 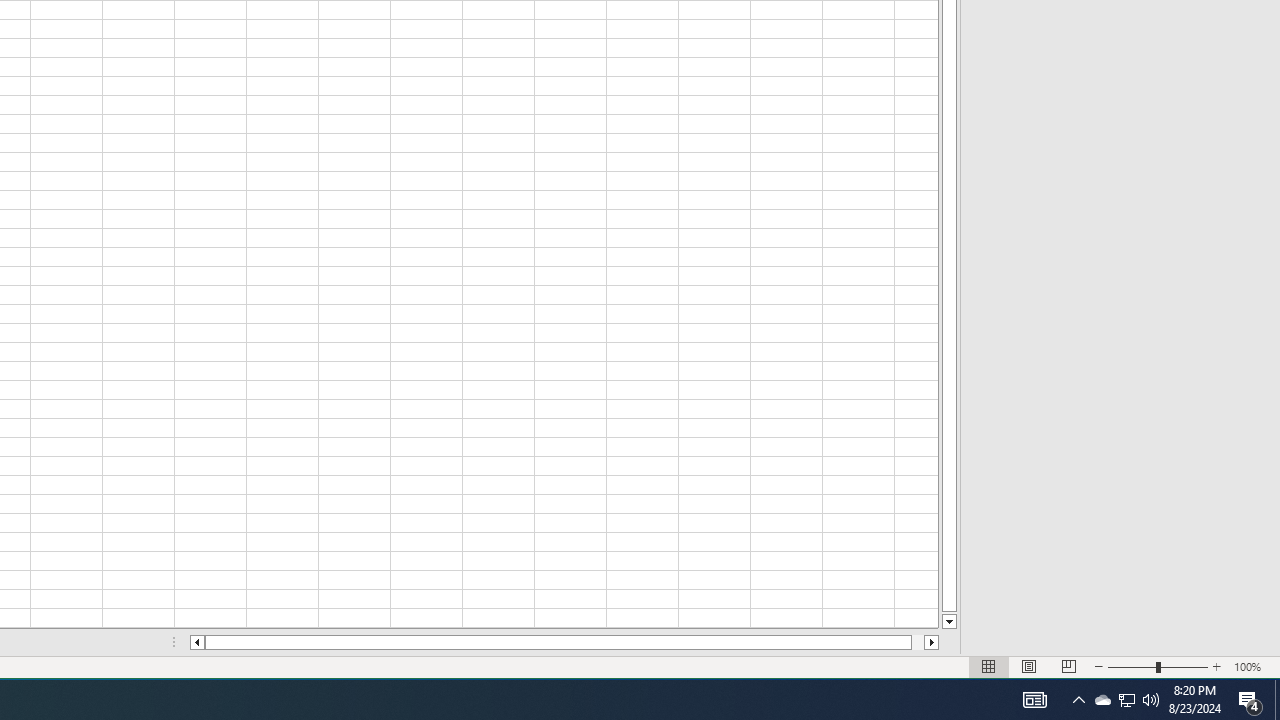 I want to click on 'Class: NetUIScrollBar', so click(x=563, y=642).